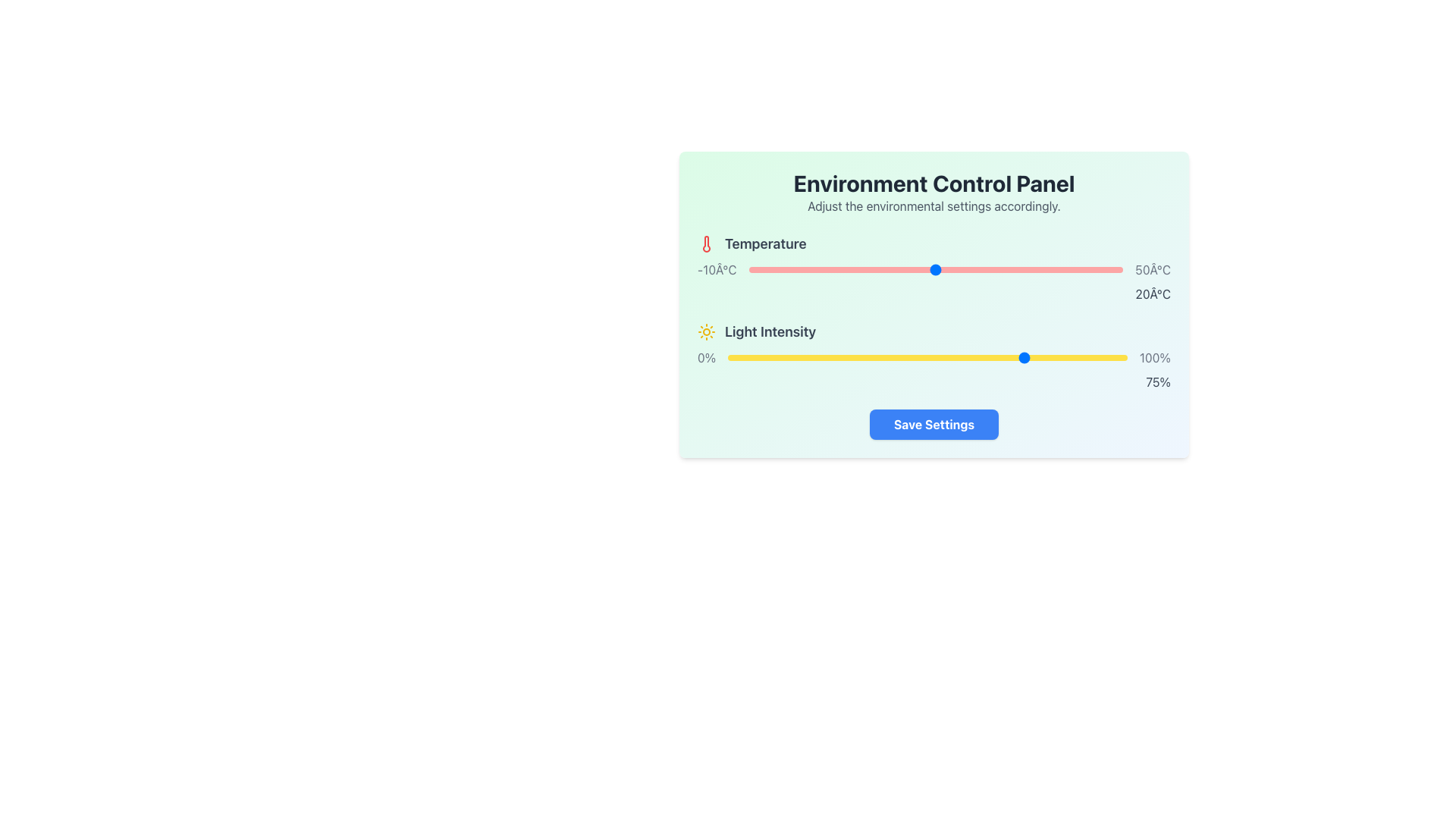 This screenshot has width=1456, height=819. Describe the element at coordinates (823, 357) in the screenshot. I see `light intensity` at that location.